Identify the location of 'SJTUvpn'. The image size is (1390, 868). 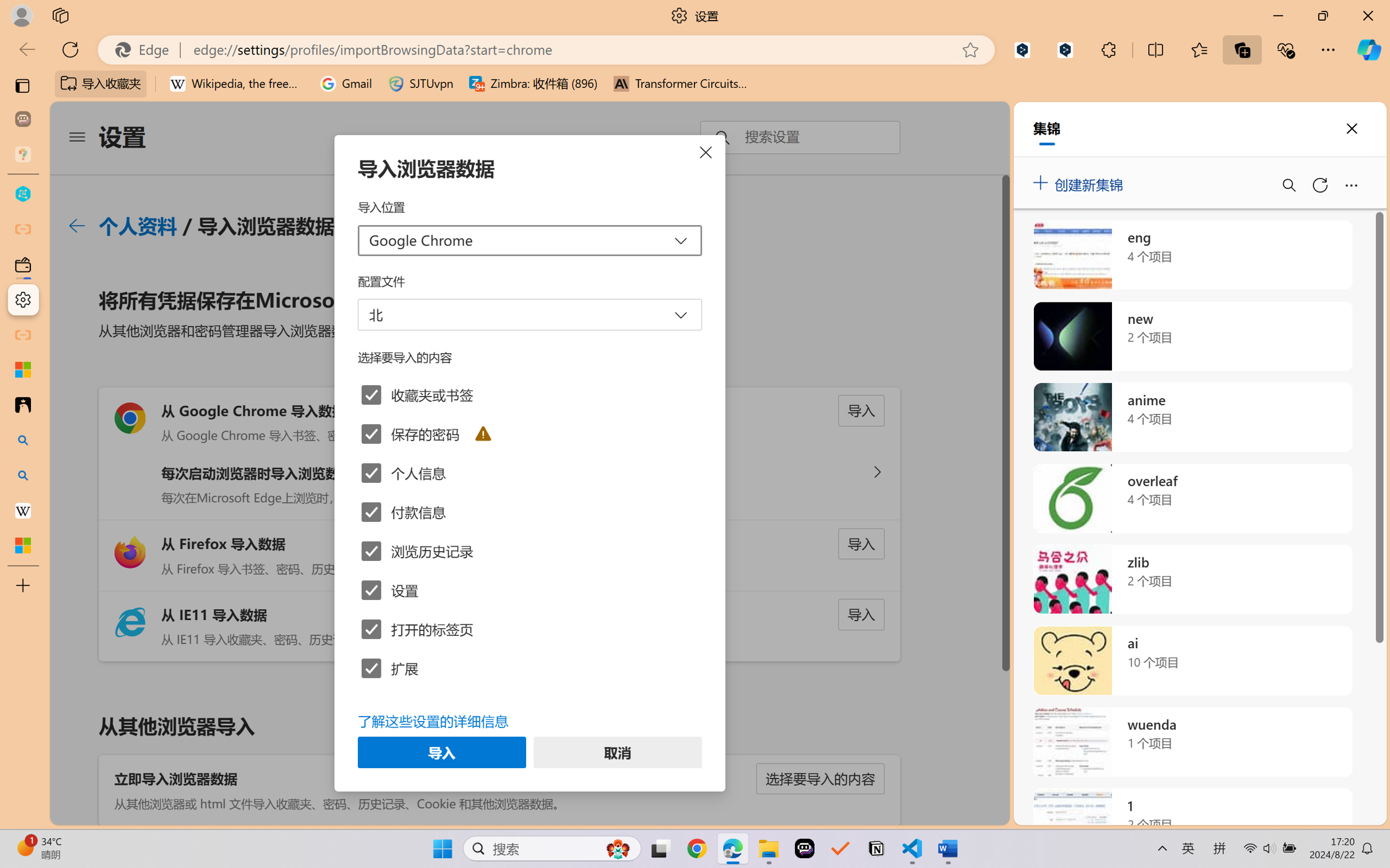
(420, 83).